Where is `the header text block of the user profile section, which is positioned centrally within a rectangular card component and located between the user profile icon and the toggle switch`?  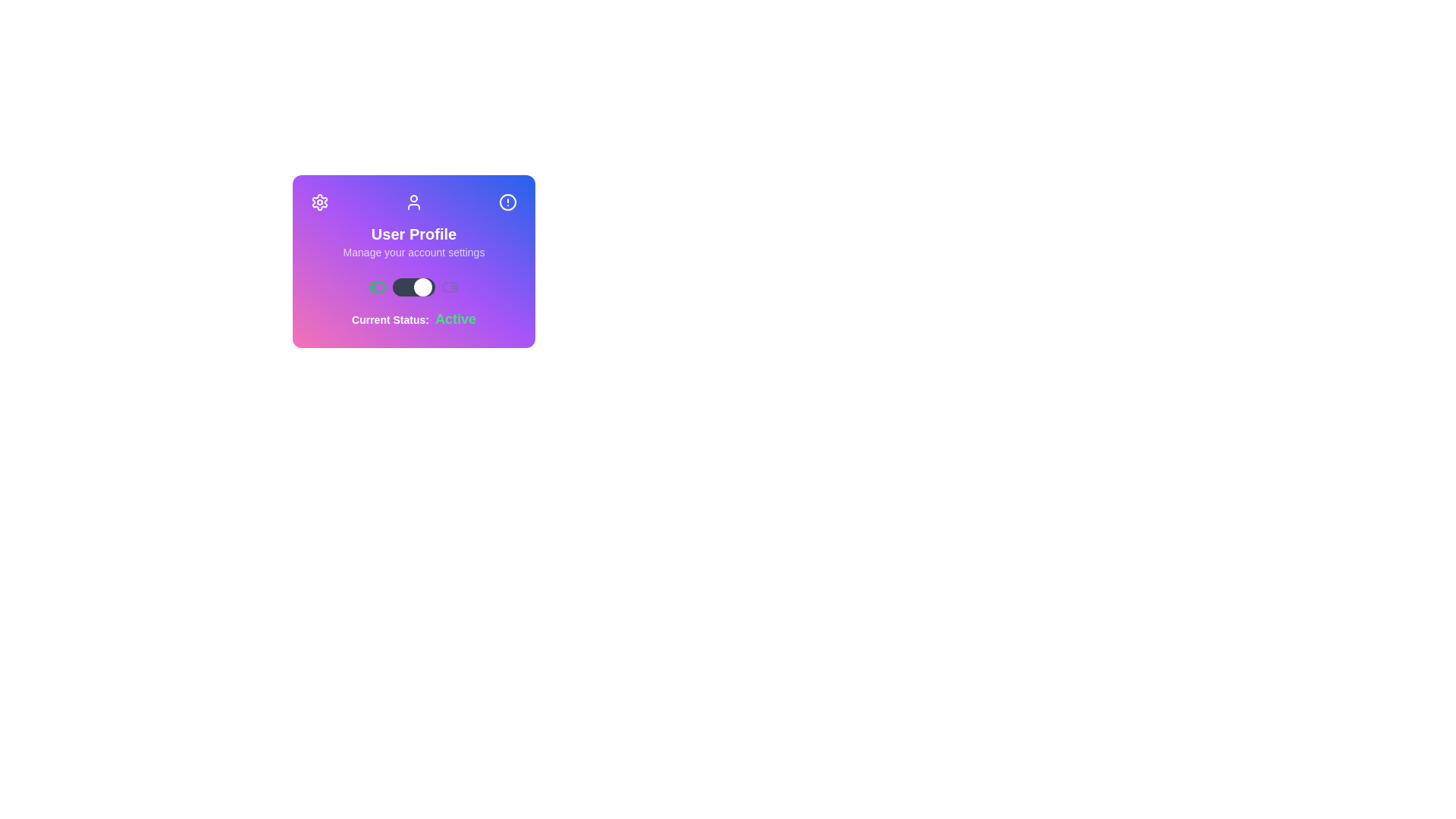
the header text block of the user profile section, which is positioned centrally within a rectangular card component and located between the user profile icon and the toggle switch is located at coordinates (414, 241).